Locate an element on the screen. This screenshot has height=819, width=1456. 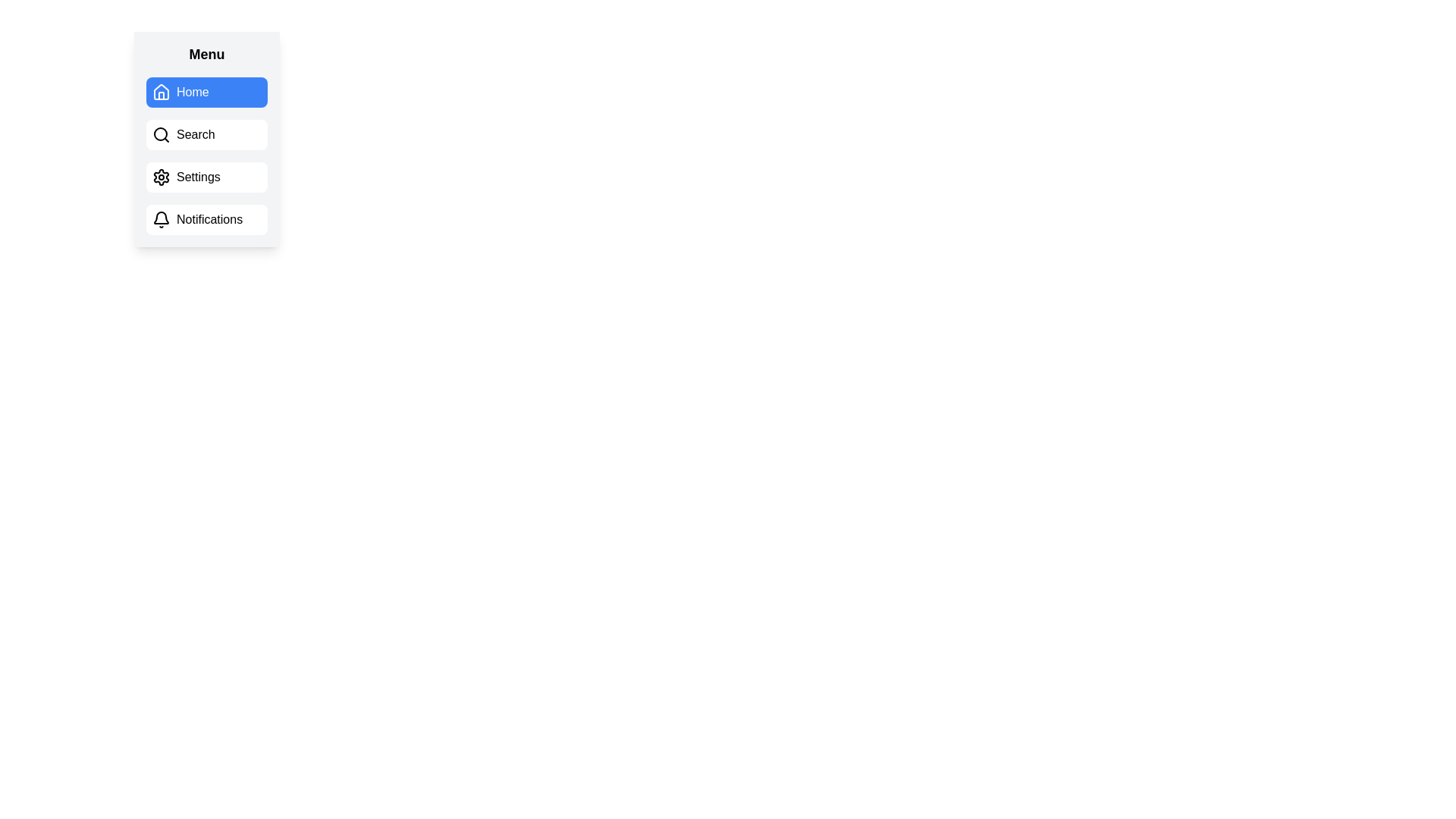
the 'Settings' menu item, which features a gear icon indicating settings-related functions, positioned as the third option in the menu layout is located at coordinates (161, 177).